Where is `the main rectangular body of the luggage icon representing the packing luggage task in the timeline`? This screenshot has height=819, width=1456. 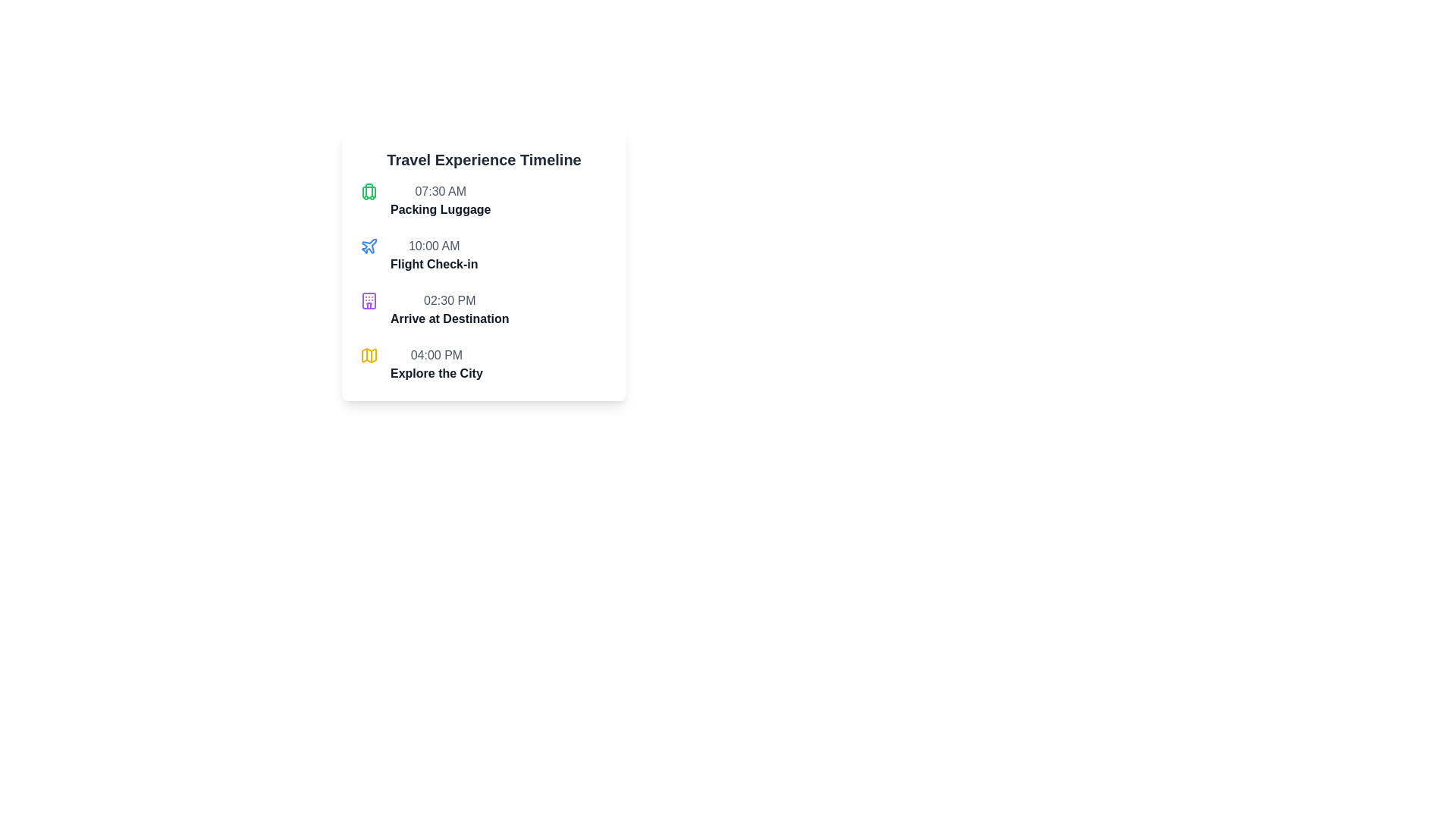 the main rectangular body of the luggage icon representing the packing luggage task in the timeline is located at coordinates (369, 192).